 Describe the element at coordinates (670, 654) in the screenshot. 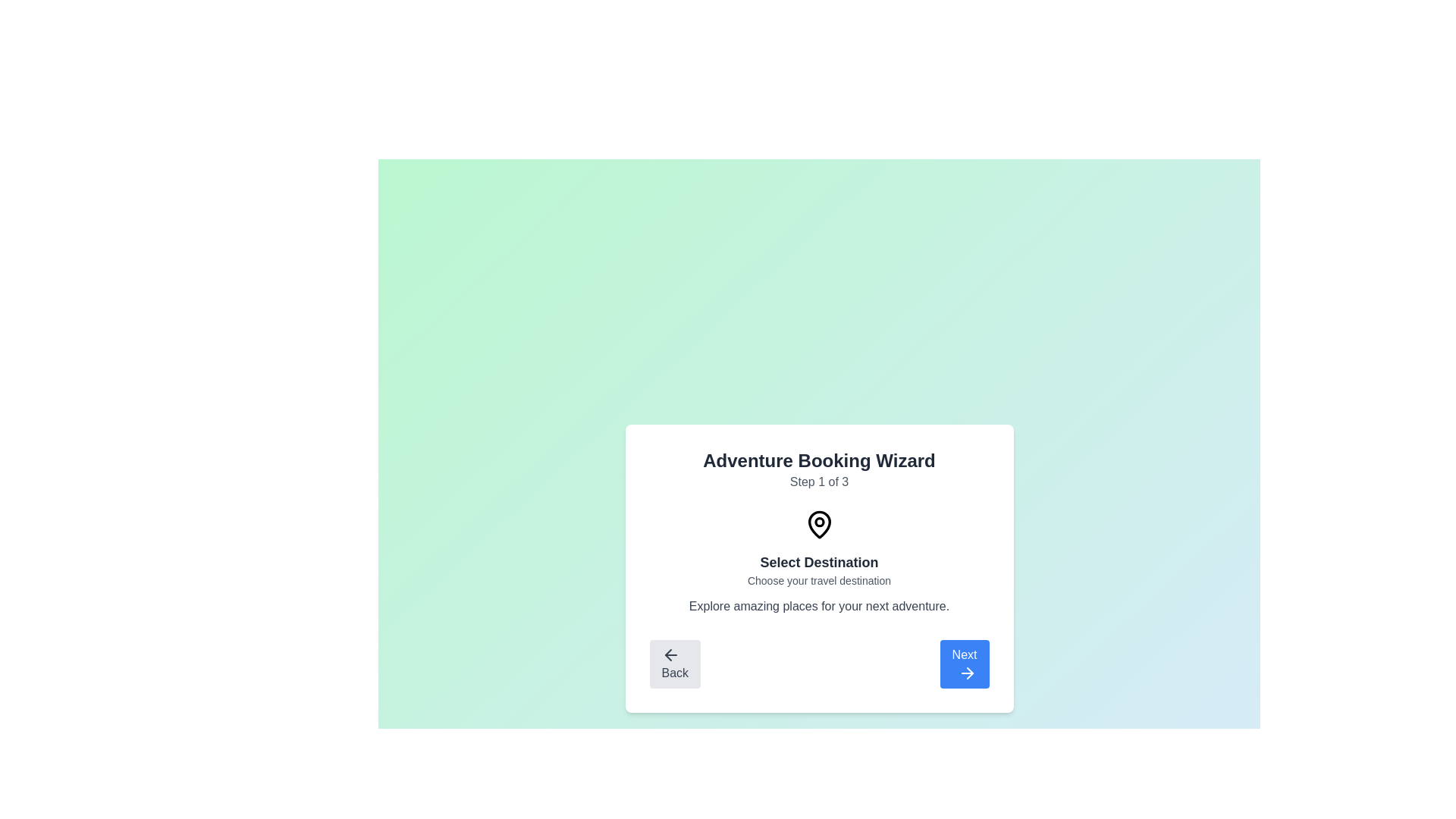

I see `the back navigation icon located within the bottom-left section of the 'Back' button on the card interface` at that location.